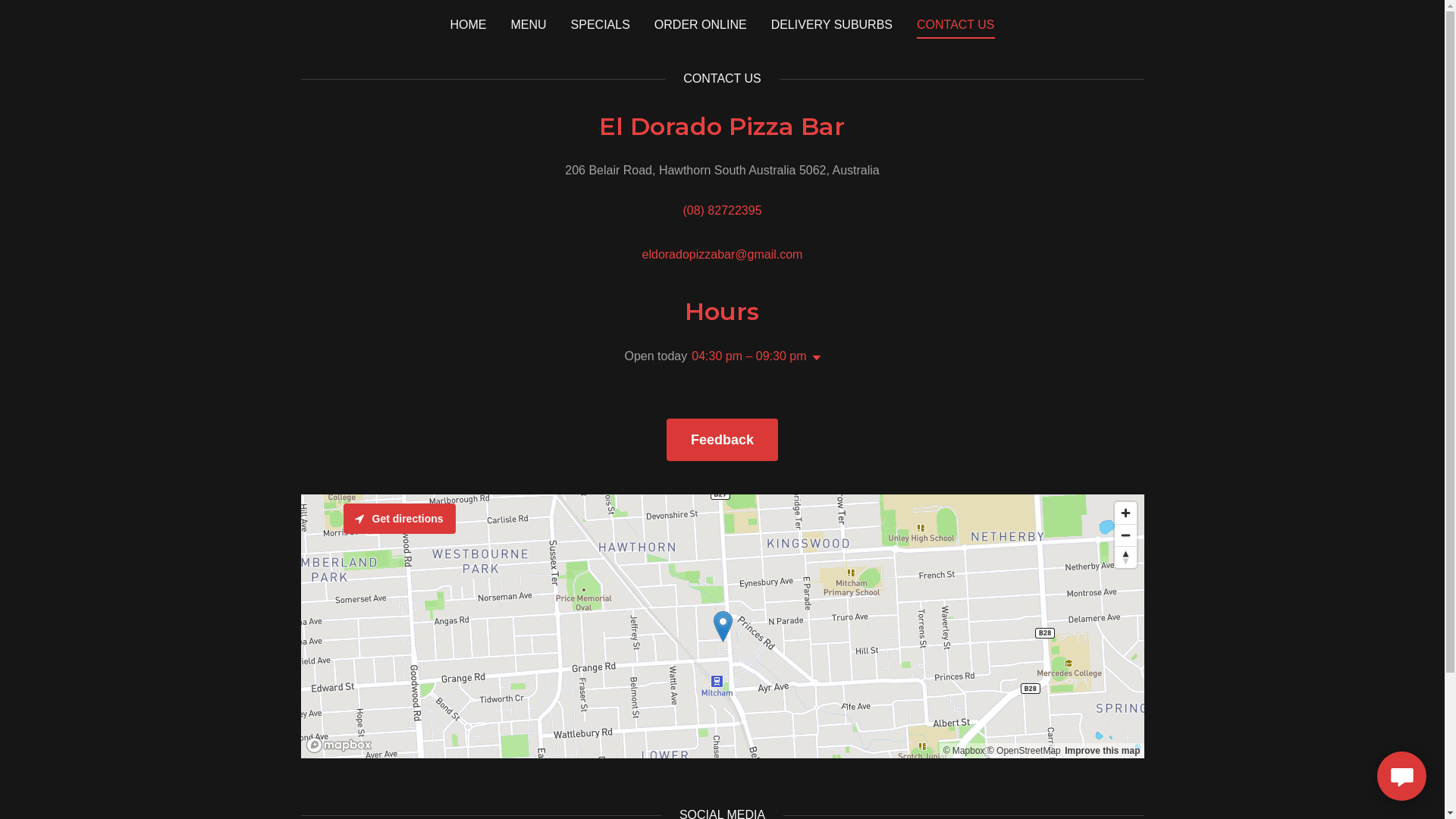 This screenshot has height=819, width=1456. Describe the element at coordinates (767, 24) in the screenshot. I see `'DELIVERY SUBURBS'` at that location.